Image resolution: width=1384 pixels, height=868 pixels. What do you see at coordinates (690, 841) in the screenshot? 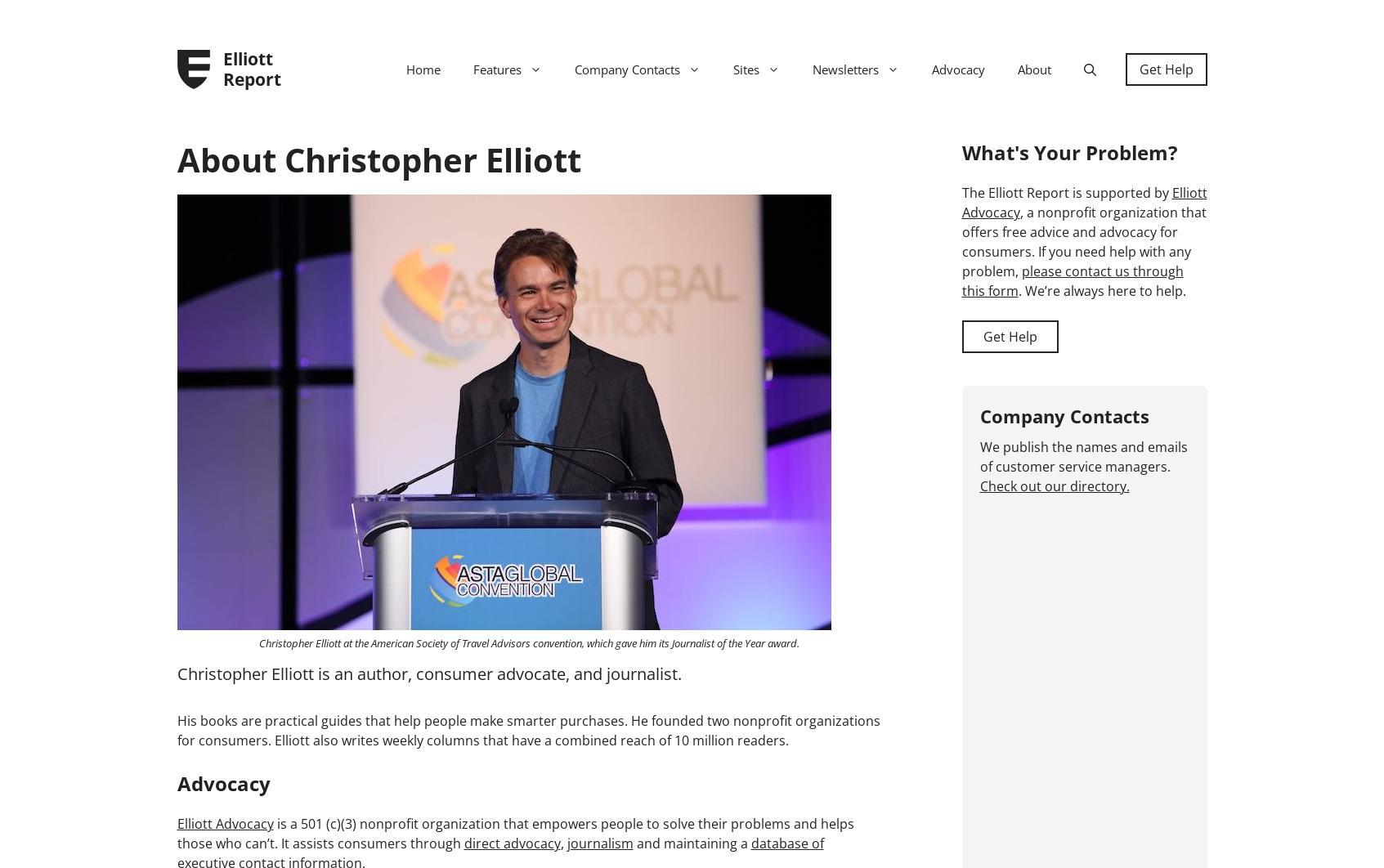
I see `'and maintaining a'` at bounding box center [690, 841].